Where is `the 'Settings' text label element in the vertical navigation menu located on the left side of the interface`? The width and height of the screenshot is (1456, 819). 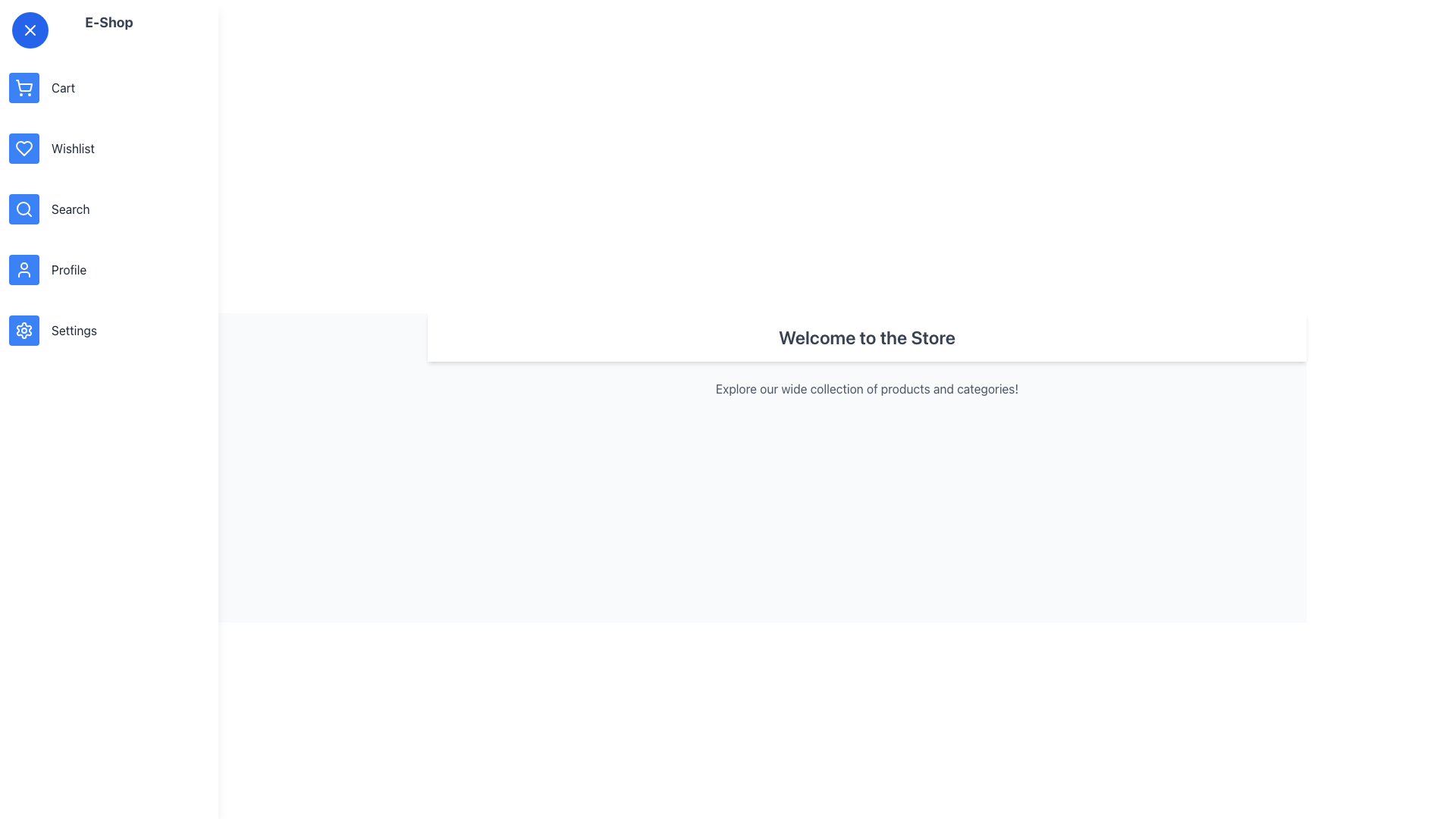
the 'Settings' text label element in the vertical navigation menu located on the left side of the interface is located at coordinates (73, 329).